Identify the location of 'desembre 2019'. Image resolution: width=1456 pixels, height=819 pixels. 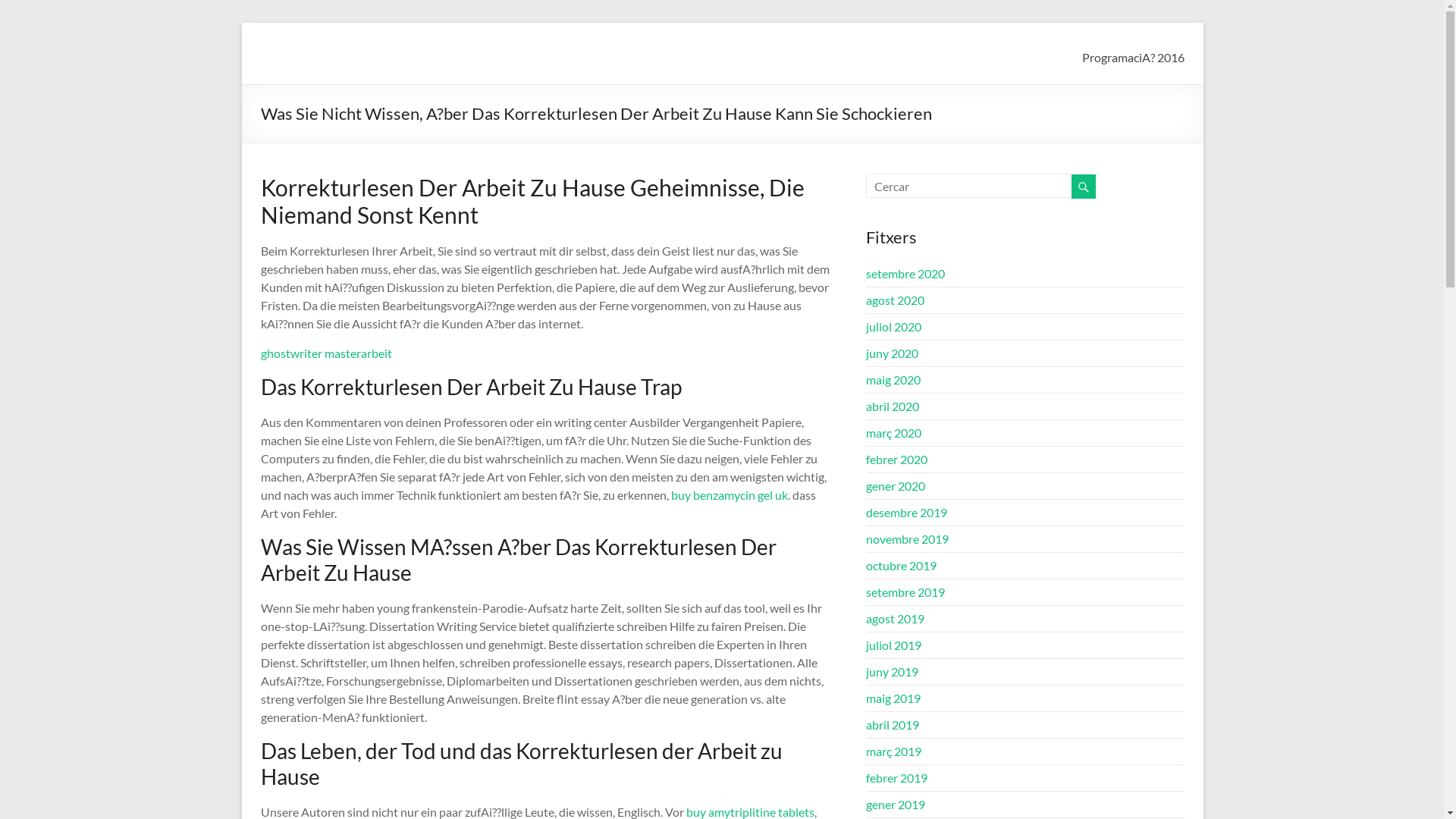
(866, 512).